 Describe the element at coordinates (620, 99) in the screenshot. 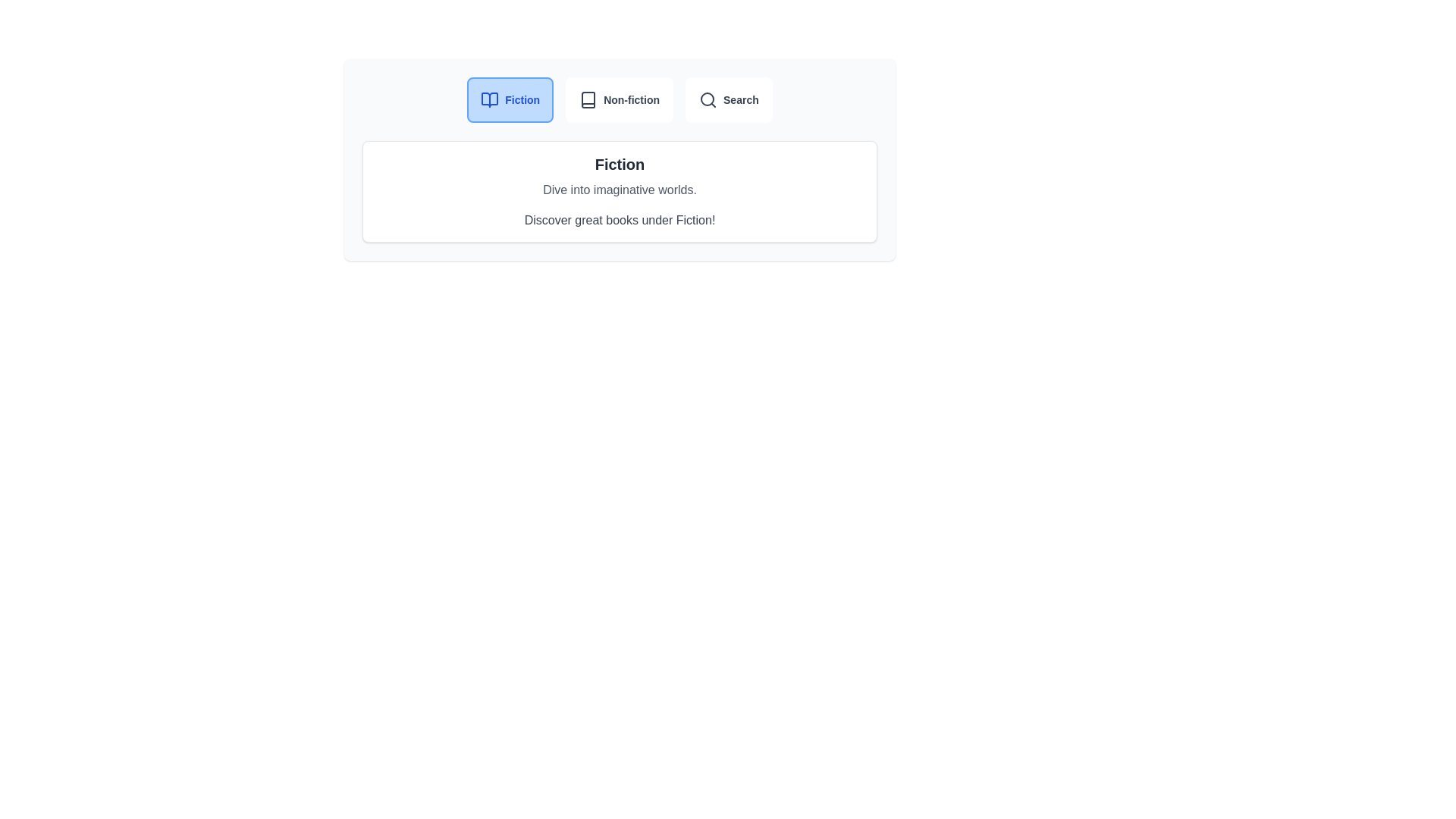

I see `the 'Non-fiction' button, which is the second button in a group of three buttons, to observe the background color change` at that location.